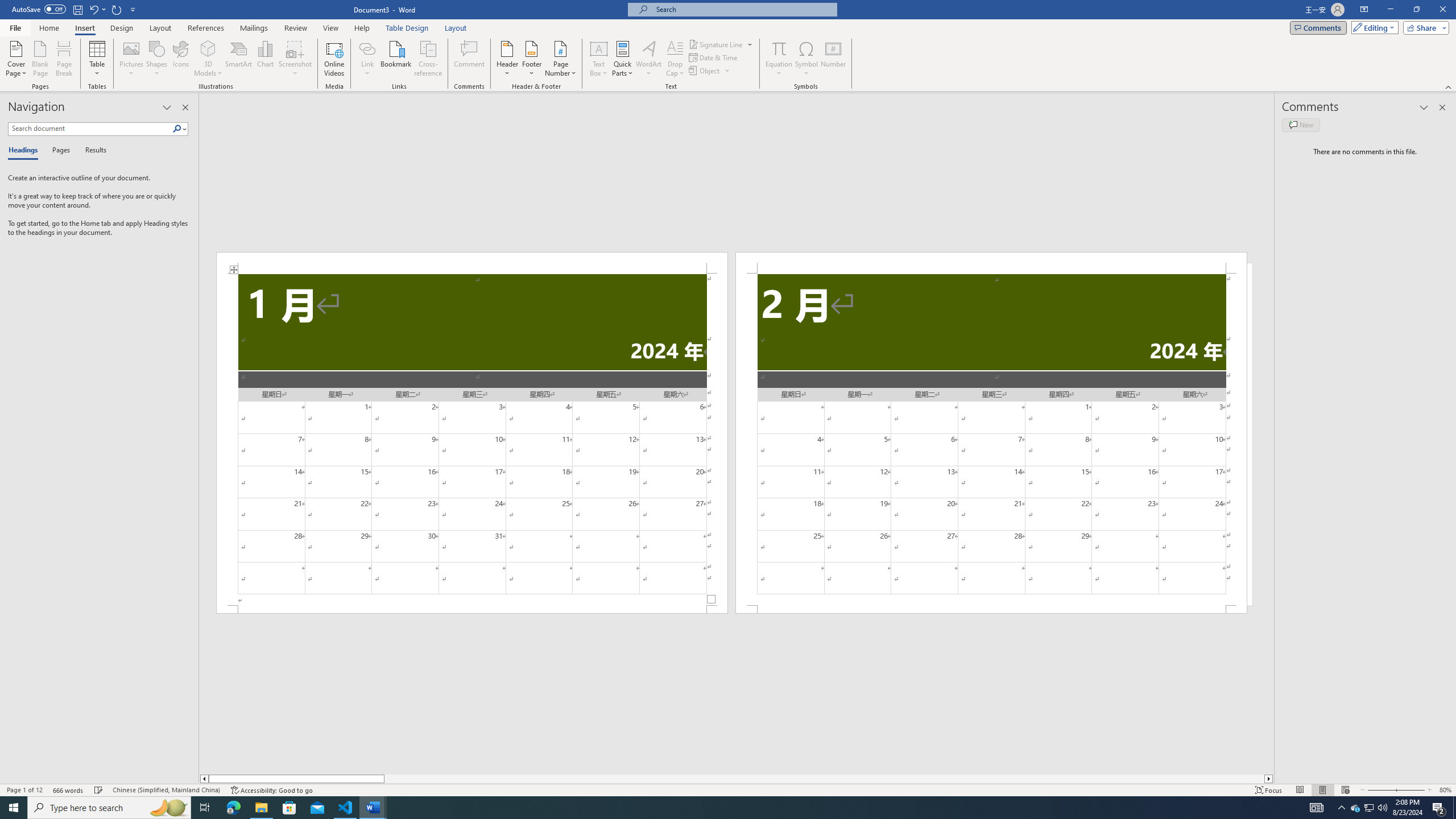 Image resolution: width=1456 pixels, height=819 pixels. What do you see at coordinates (714, 56) in the screenshot?
I see `'Date & Time...'` at bounding box center [714, 56].